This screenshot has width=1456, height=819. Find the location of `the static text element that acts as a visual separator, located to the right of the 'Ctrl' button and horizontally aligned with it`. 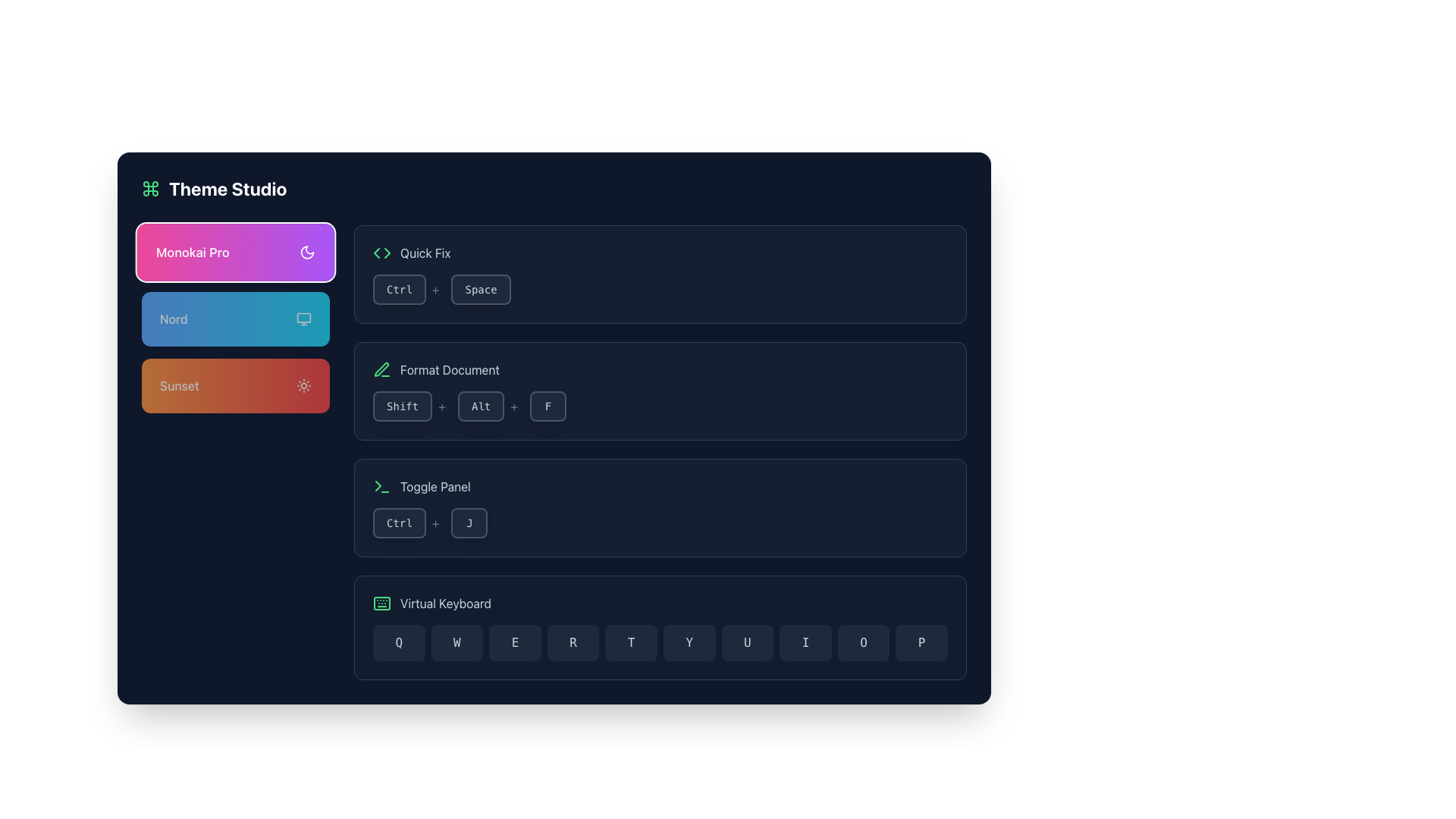

the static text element that acts as a visual separator, located to the right of the 'Ctrl' button and horizontally aligned with it is located at coordinates (435, 289).